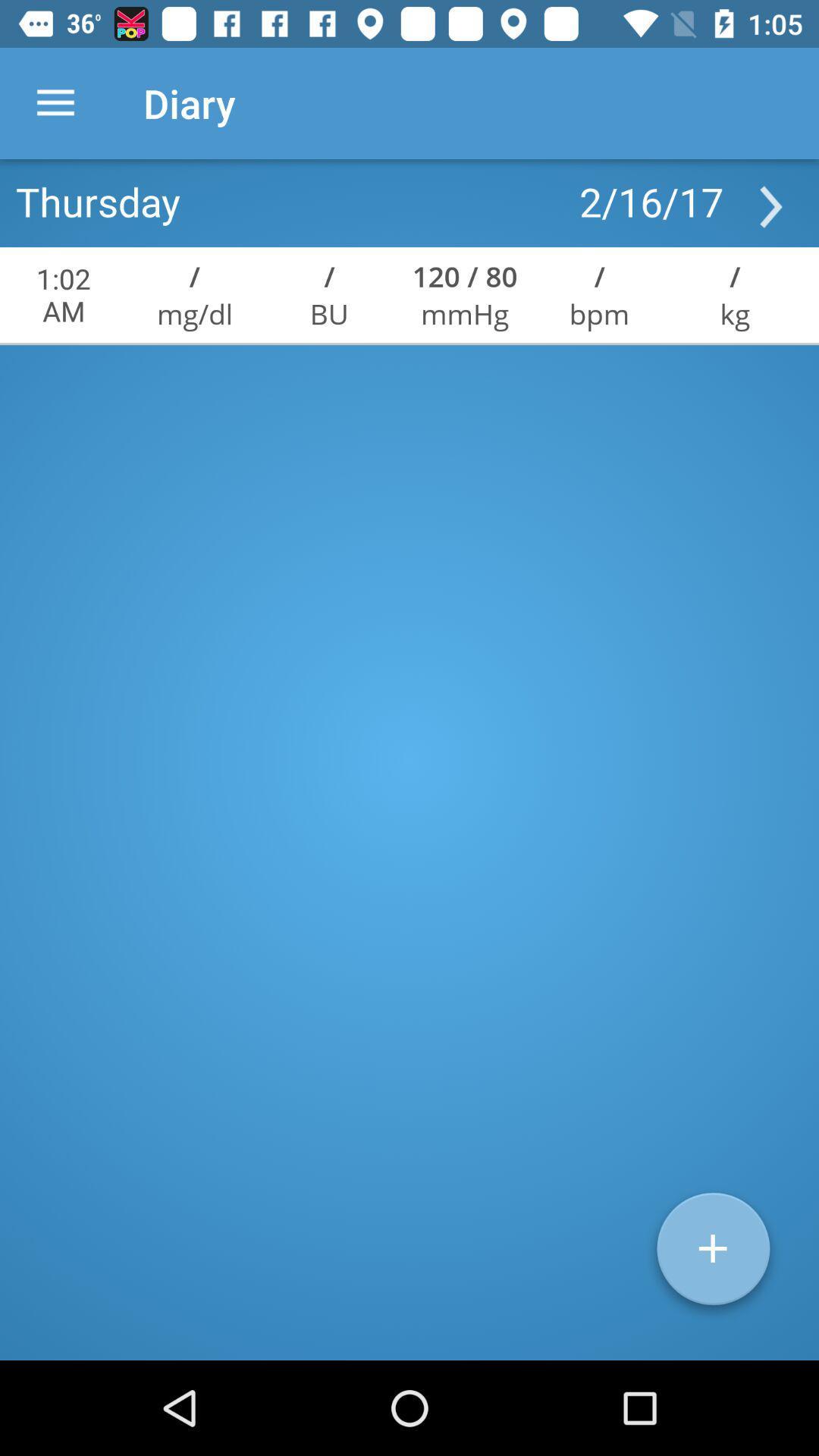  What do you see at coordinates (713, 1254) in the screenshot?
I see `the add icon` at bounding box center [713, 1254].